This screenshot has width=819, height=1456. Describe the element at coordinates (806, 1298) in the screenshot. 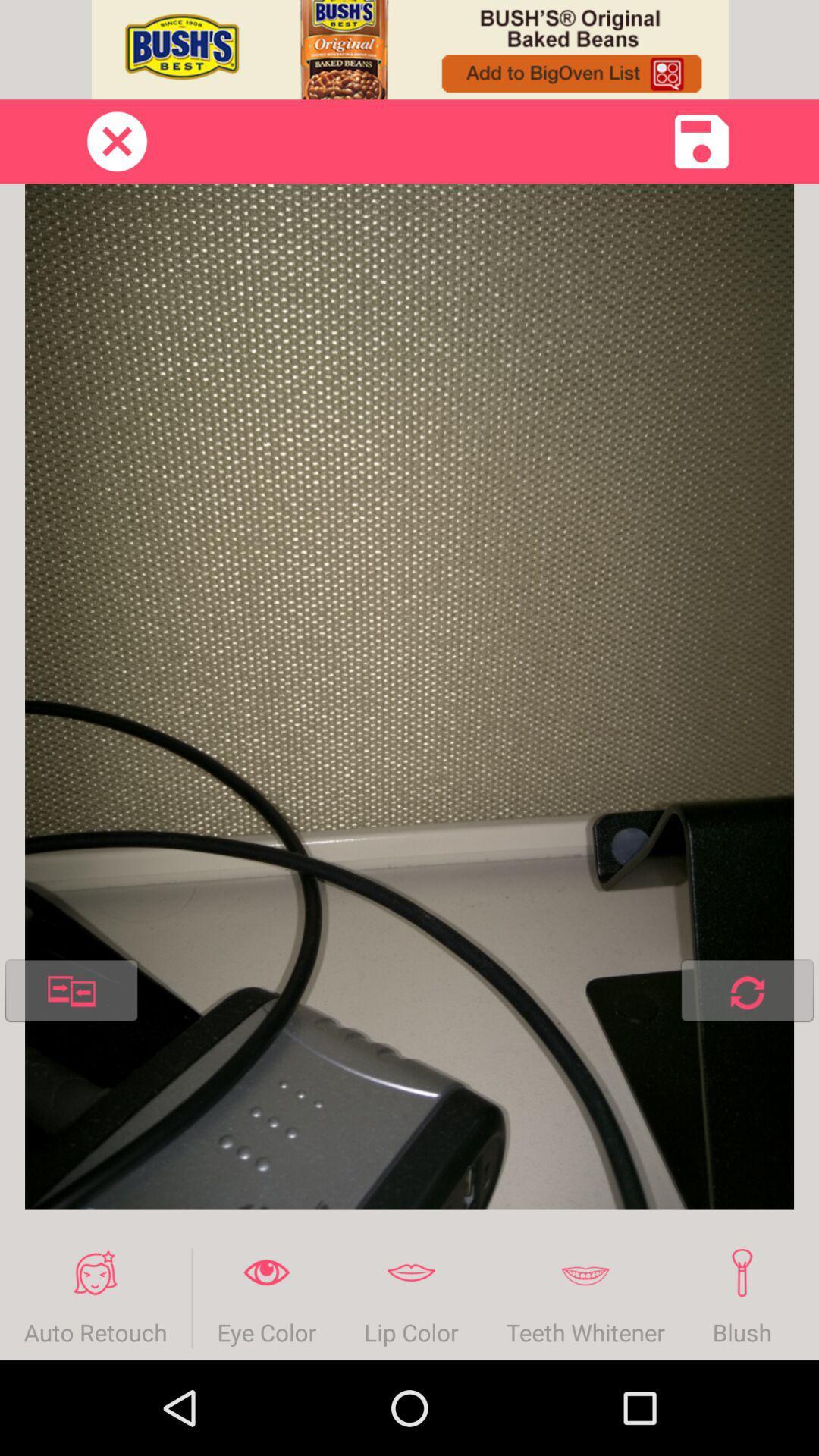

I see `the item to the right of the blush icon` at that location.